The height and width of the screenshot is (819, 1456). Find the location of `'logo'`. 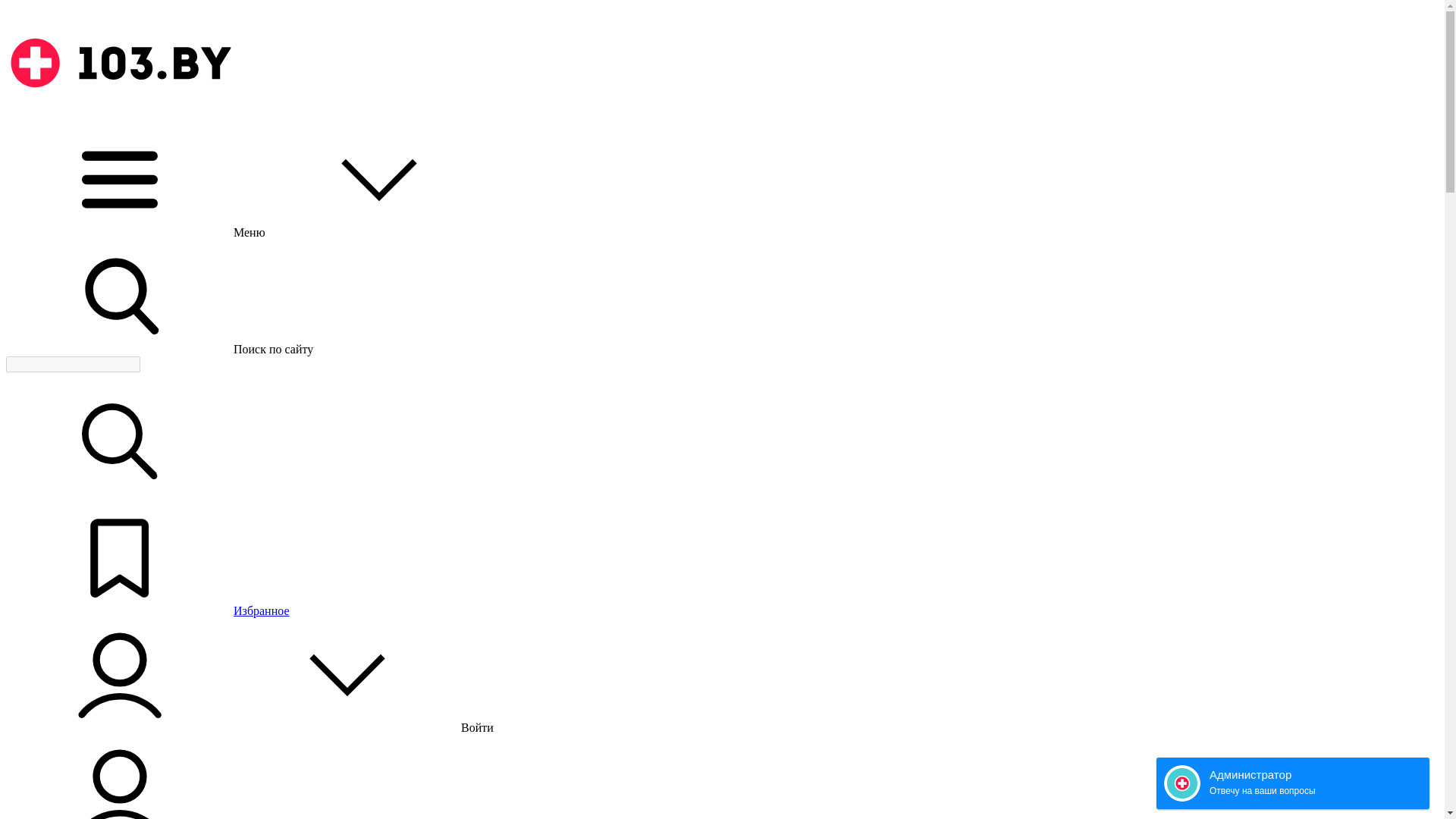

'logo' is located at coordinates (119, 115).